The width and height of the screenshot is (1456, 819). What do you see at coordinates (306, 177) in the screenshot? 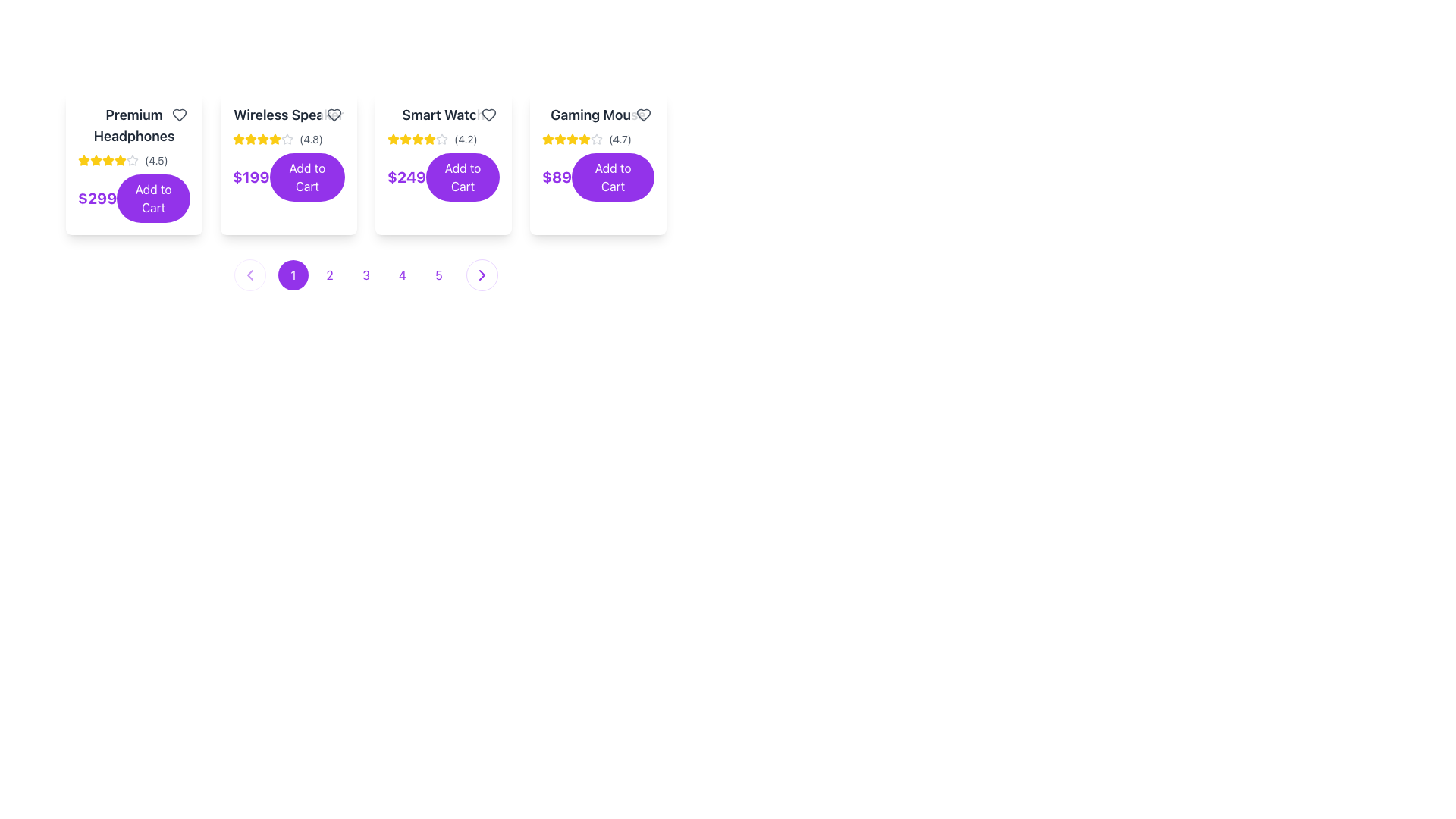
I see `the 'Add to Cart' button with a purple background and white text, which is the second button from the left` at bounding box center [306, 177].